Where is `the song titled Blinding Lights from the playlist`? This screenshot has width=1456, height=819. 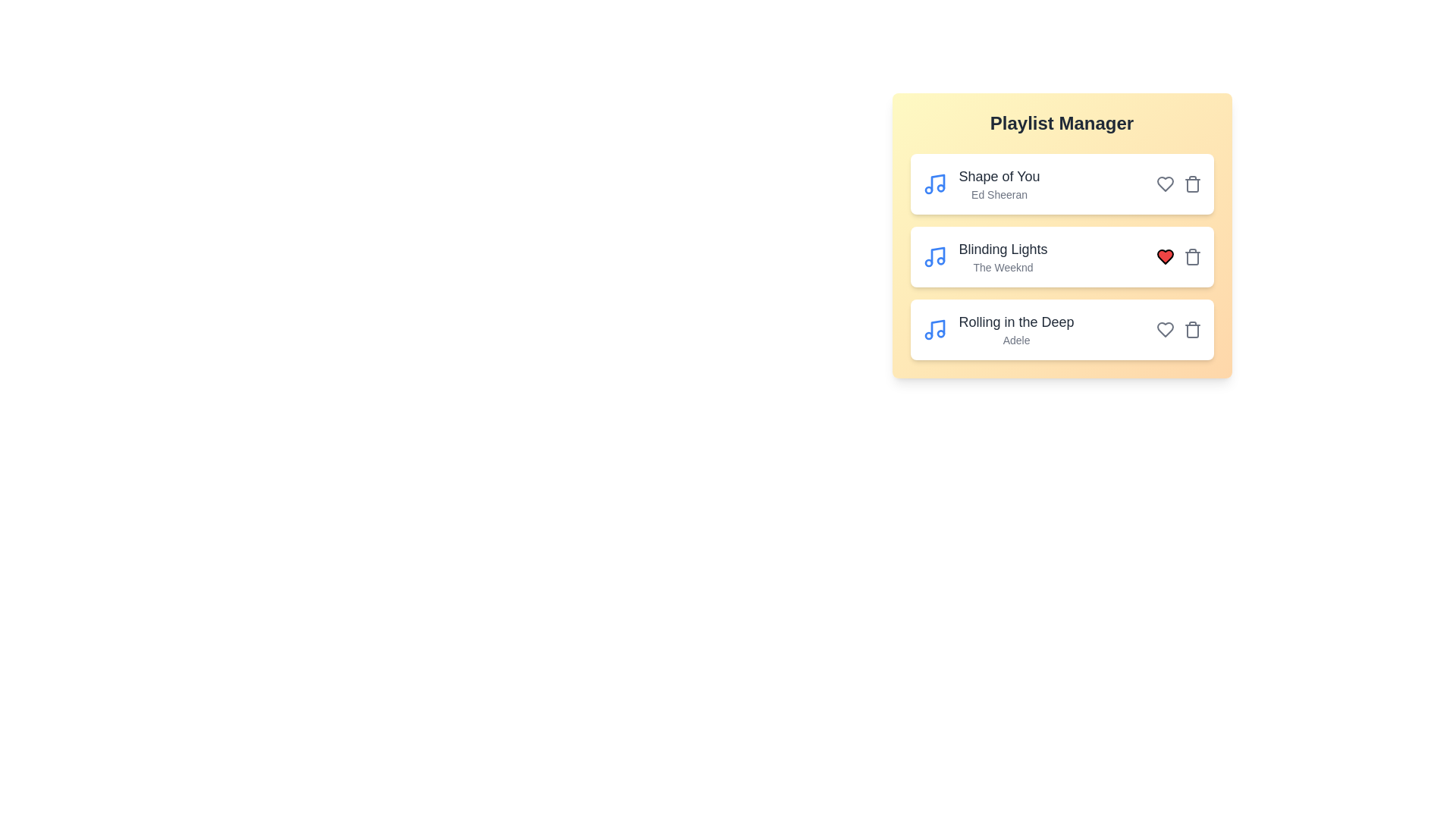
the song titled Blinding Lights from the playlist is located at coordinates (1191, 256).